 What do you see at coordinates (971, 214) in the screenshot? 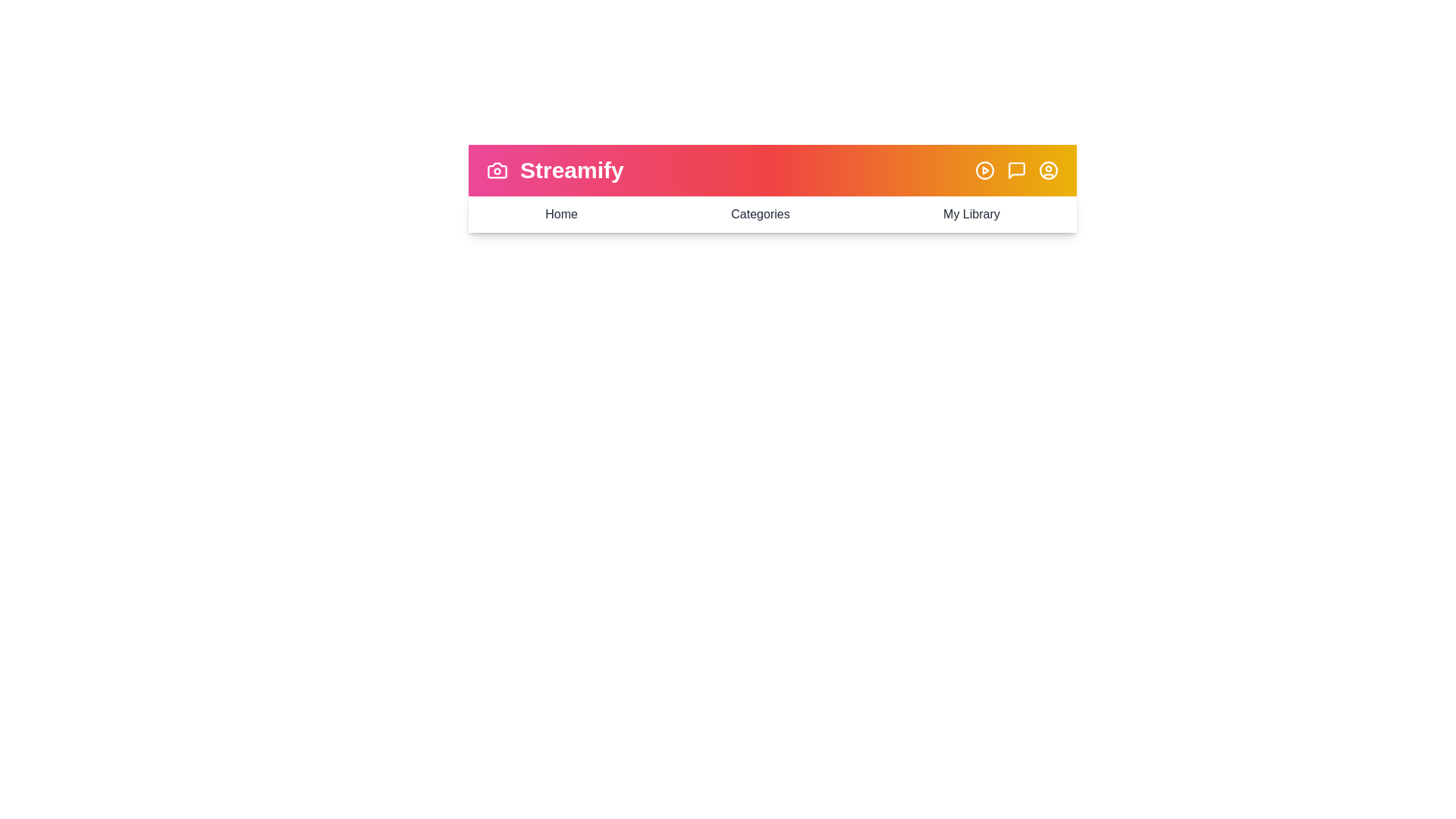
I see `the menu item labeled 'My Library'` at bounding box center [971, 214].